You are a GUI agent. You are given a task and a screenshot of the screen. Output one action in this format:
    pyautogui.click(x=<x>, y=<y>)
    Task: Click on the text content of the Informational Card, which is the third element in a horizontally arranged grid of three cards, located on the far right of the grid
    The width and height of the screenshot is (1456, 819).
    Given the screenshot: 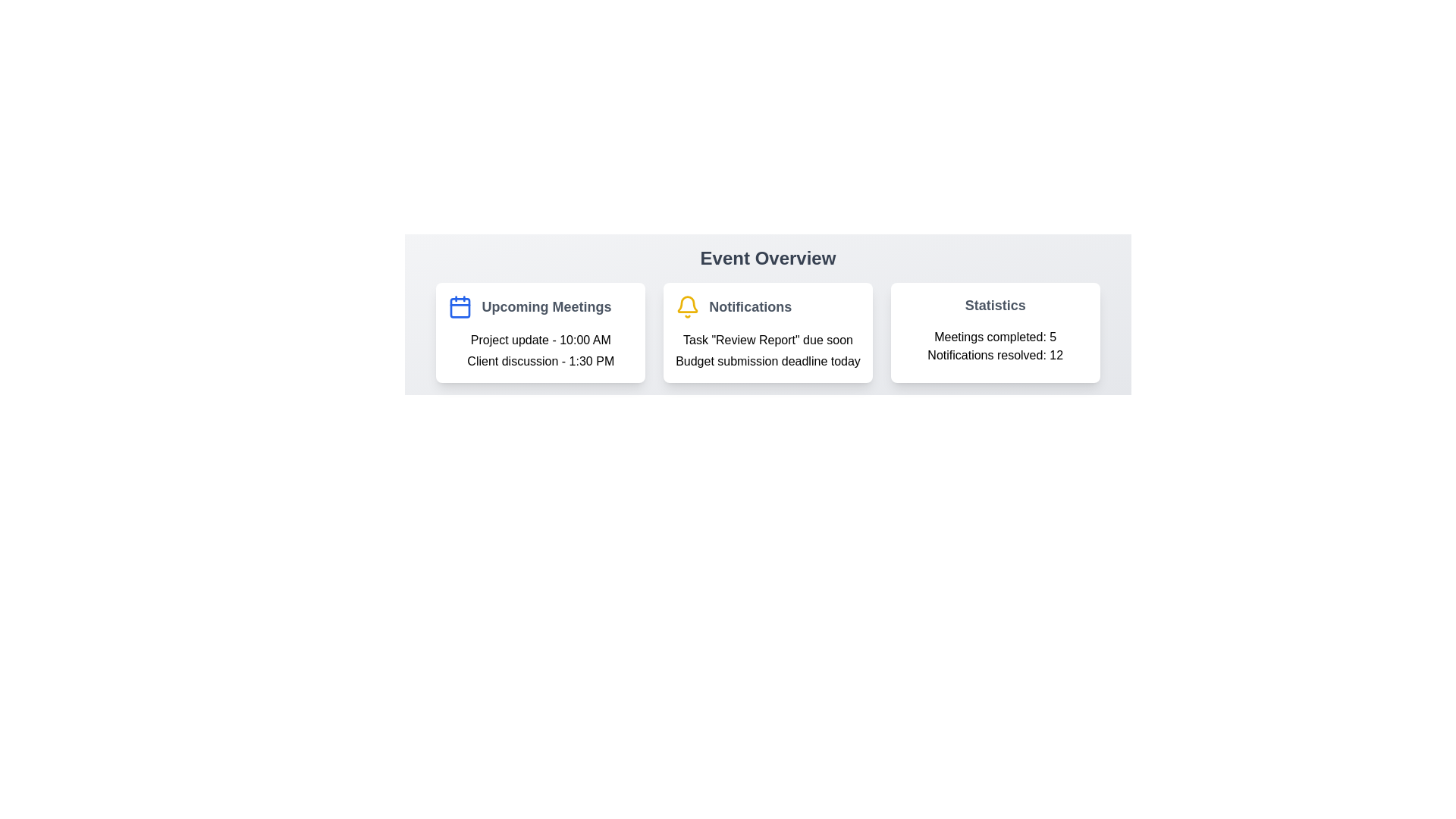 What is the action you would take?
    pyautogui.click(x=995, y=332)
    